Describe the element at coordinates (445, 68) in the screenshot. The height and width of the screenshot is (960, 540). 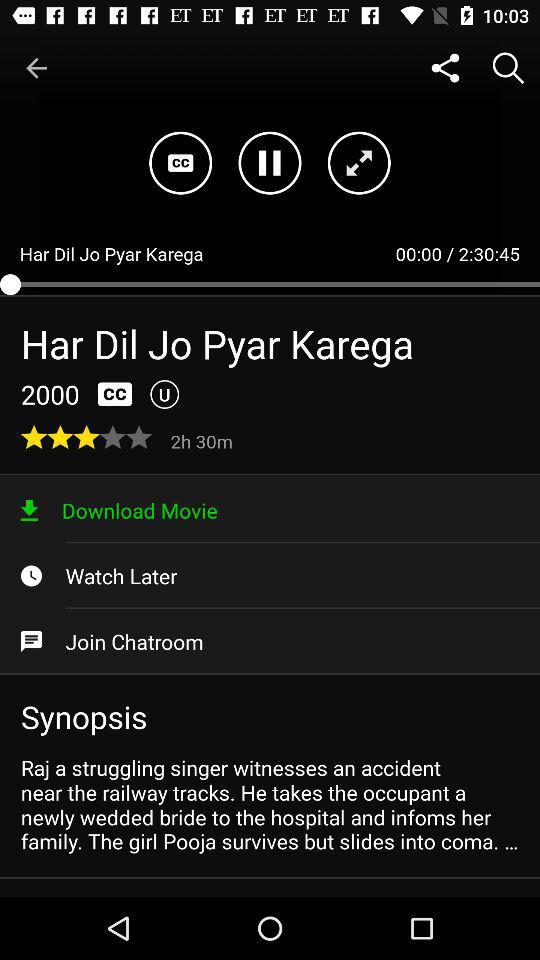
I see `item above the 00:00 /  icon` at that location.